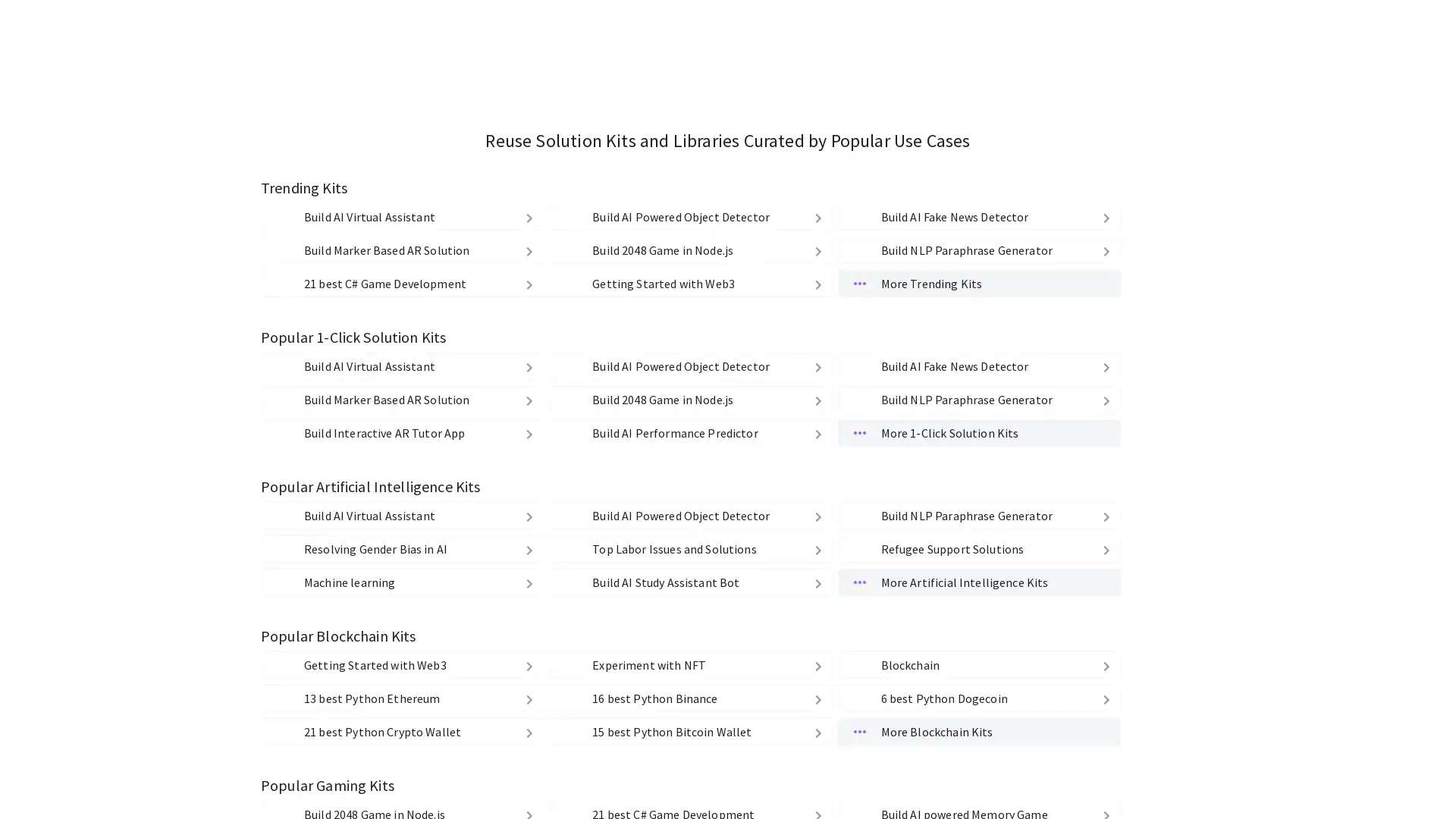 Image resolution: width=1456 pixels, height=819 pixels. I want to click on delete, so click(529, 598).